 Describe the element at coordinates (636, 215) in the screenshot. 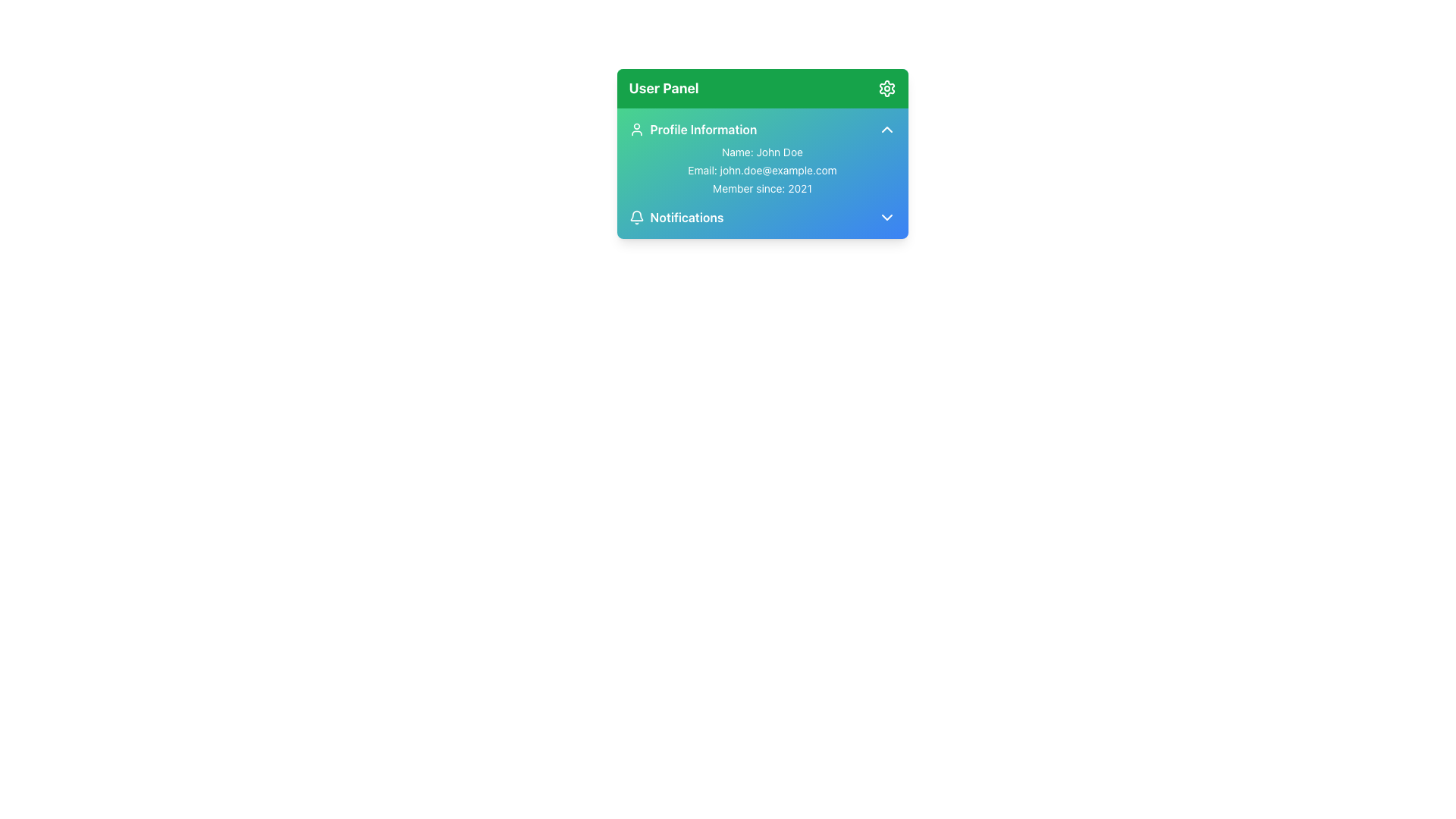

I see `the notification icon located in the 'Notifications' section, to the left of the text label 'Notifications'` at that location.